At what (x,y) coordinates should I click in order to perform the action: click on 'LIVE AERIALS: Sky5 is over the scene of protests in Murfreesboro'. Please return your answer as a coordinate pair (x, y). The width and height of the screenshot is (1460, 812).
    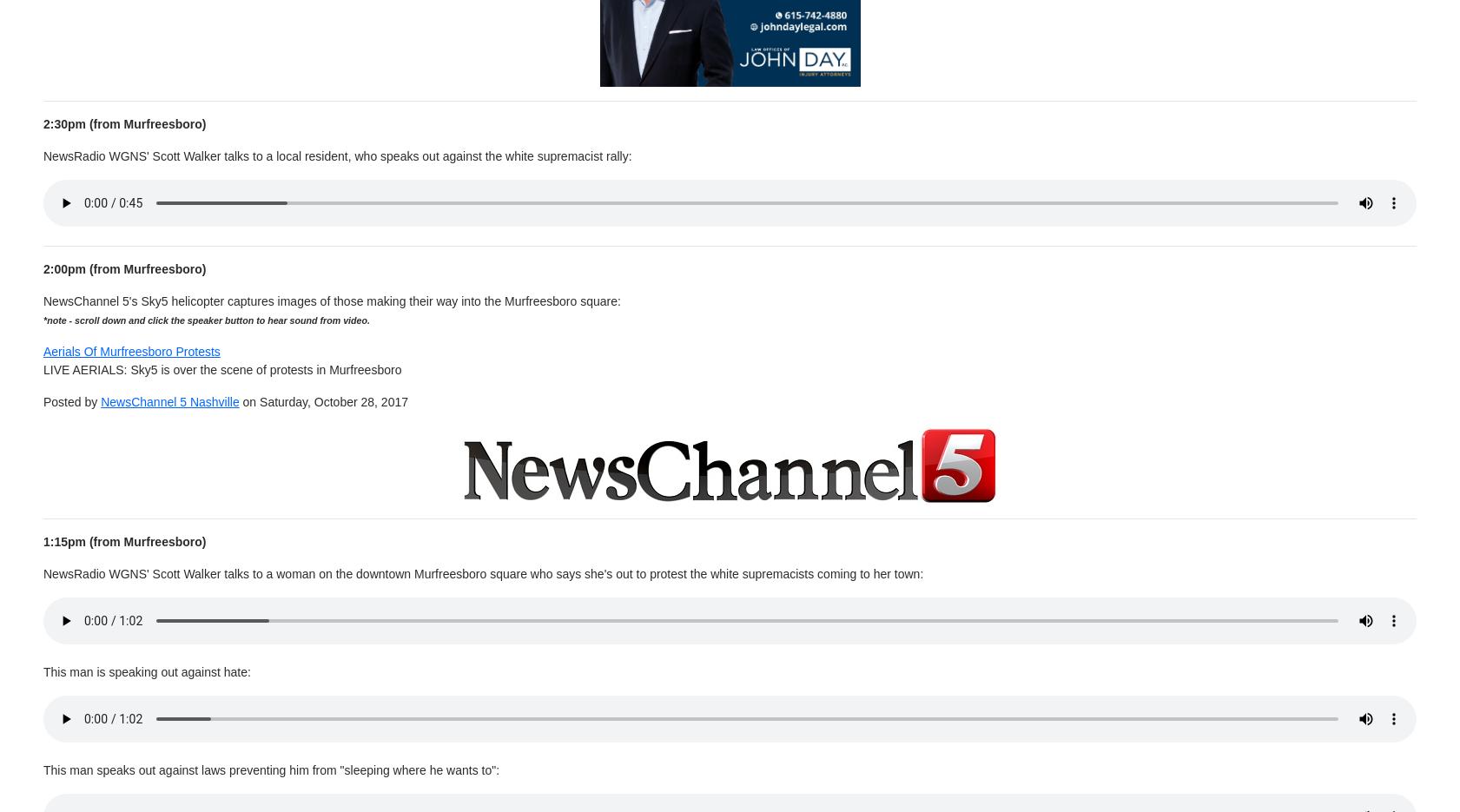
    Looking at the image, I should click on (221, 368).